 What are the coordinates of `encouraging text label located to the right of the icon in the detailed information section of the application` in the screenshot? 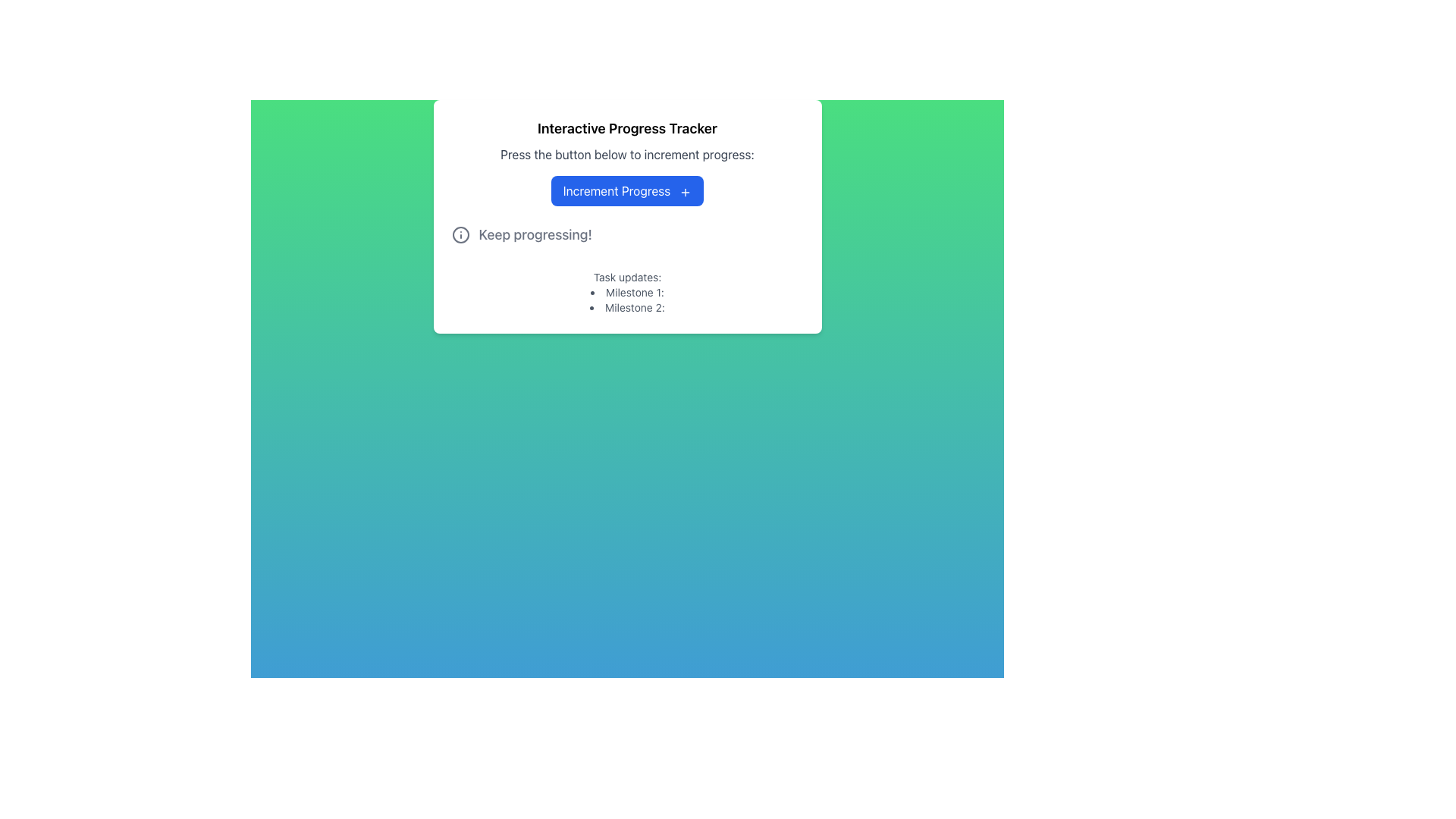 It's located at (535, 234).